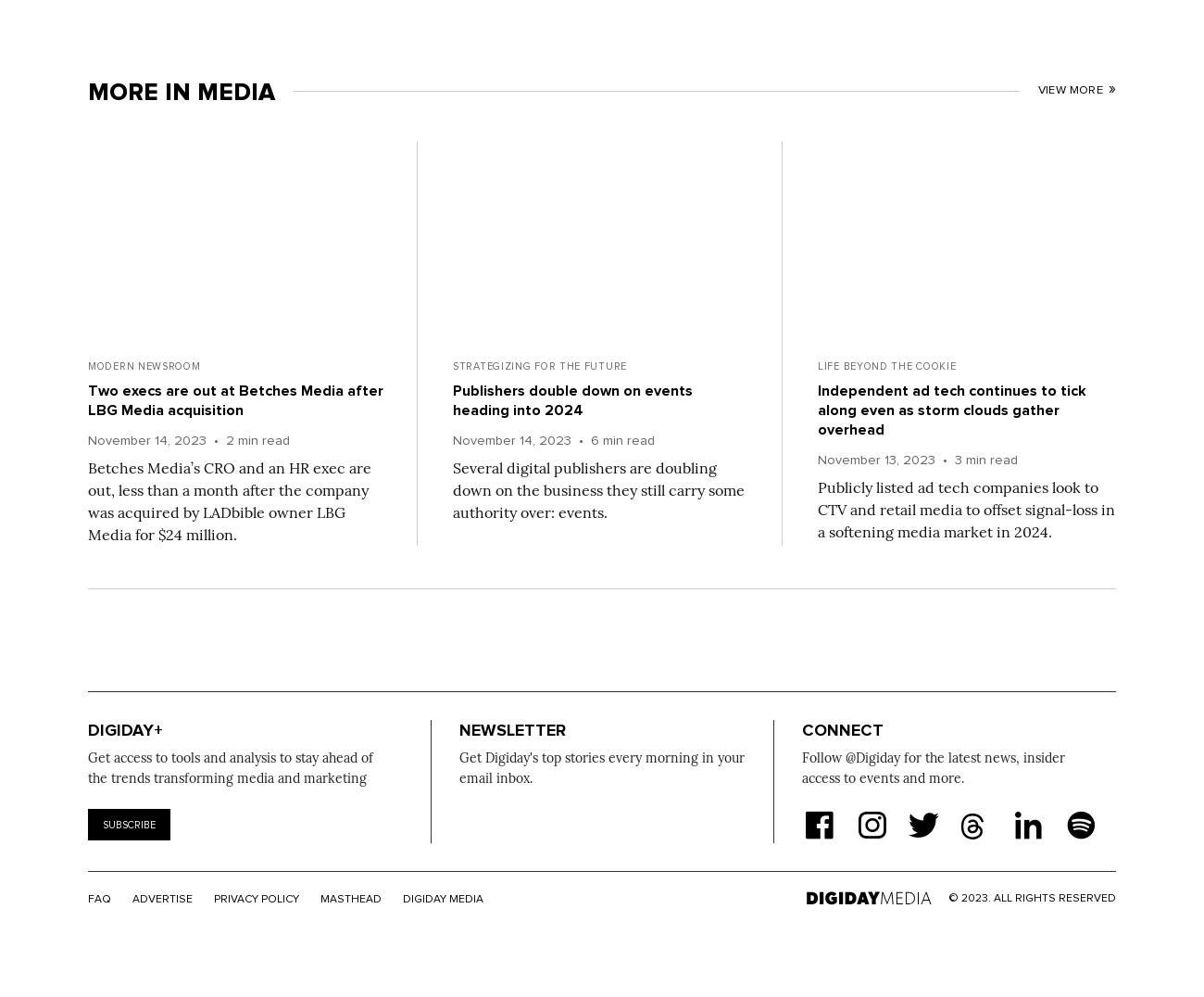 This screenshot has width=1204, height=997. I want to click on 'Strategizing for the Future', so click(538, 365).